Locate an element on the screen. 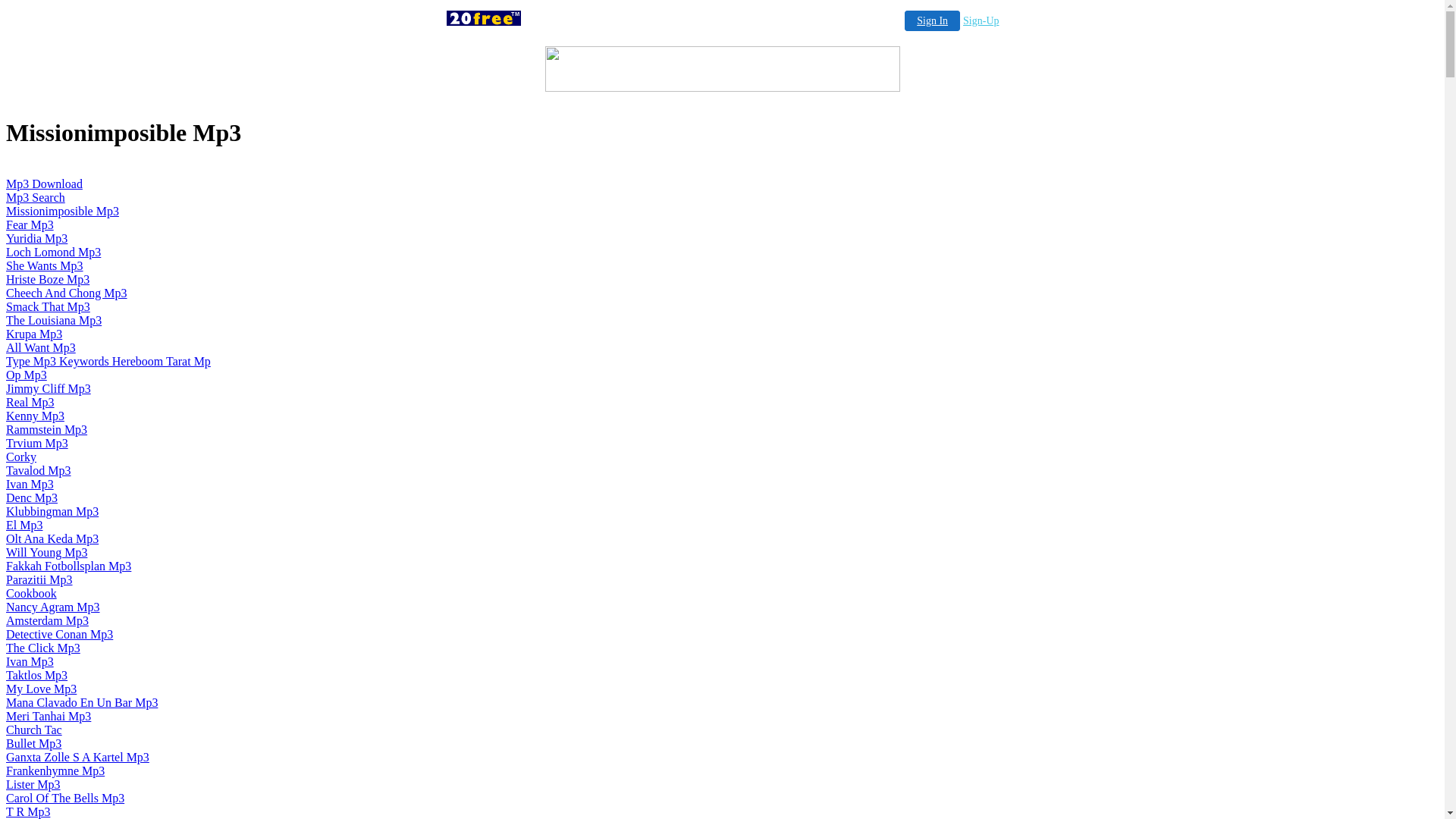  'Tavalod Mp3' is located at coordinates (39, 469).